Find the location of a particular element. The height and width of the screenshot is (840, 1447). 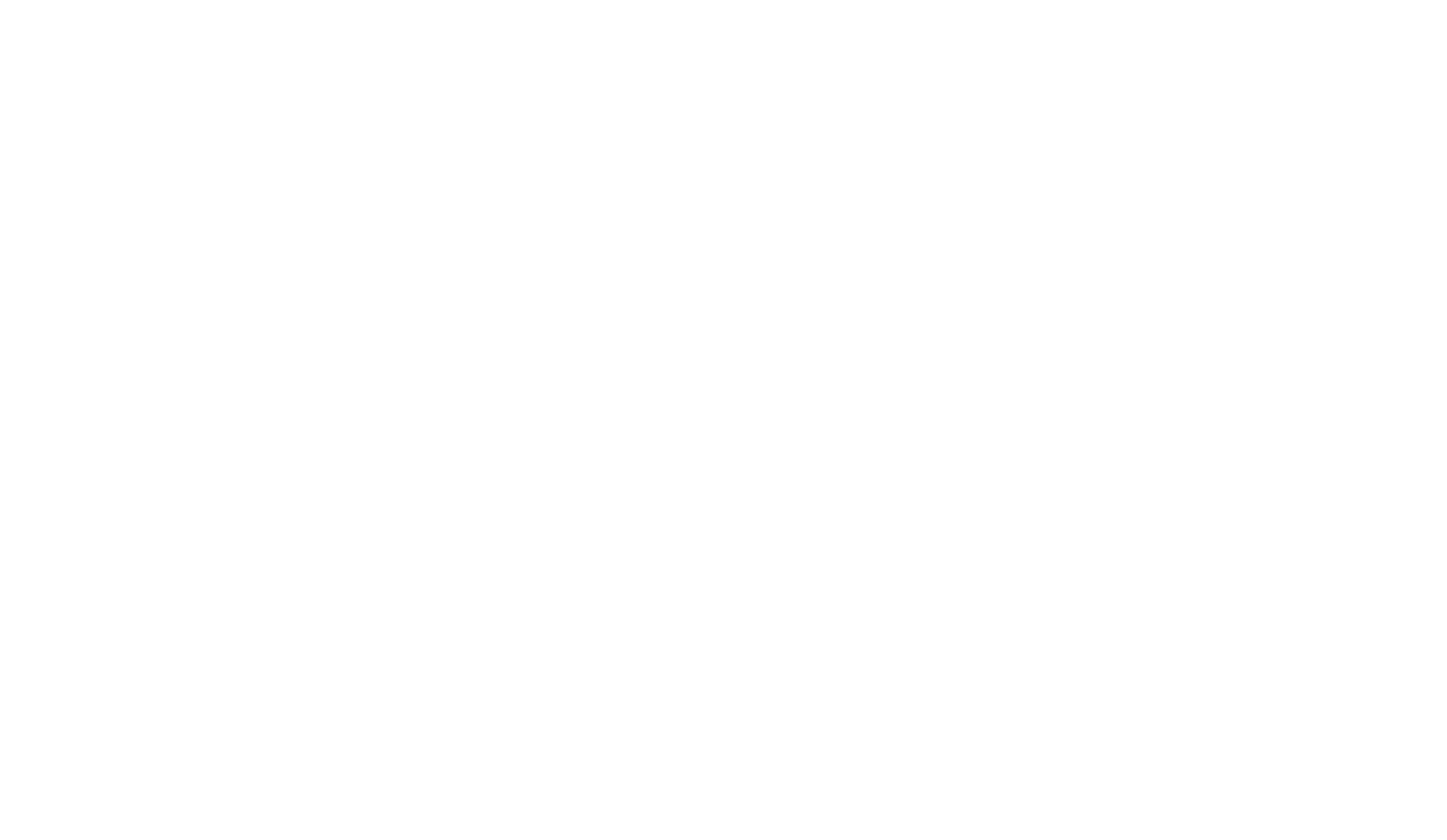

'Majorque' is located at coordinates (346, 480).